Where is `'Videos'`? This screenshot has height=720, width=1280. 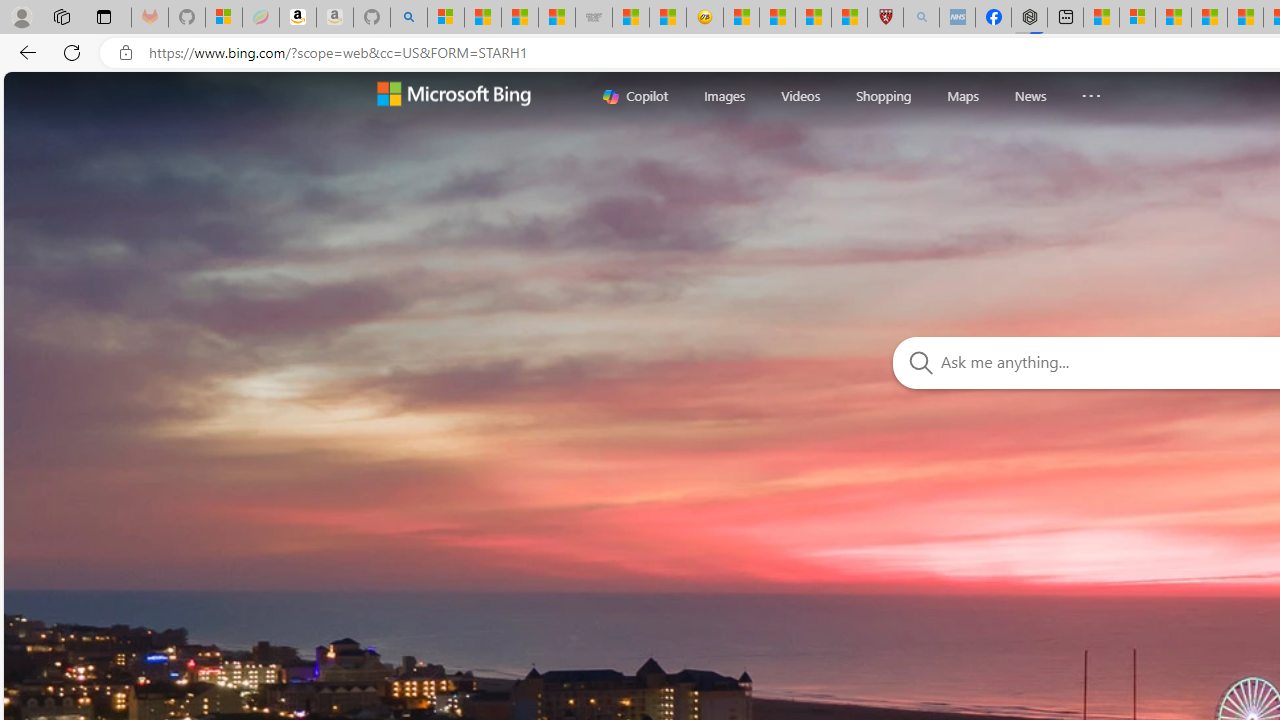
'Videos' is located at coordinates (800, 95).